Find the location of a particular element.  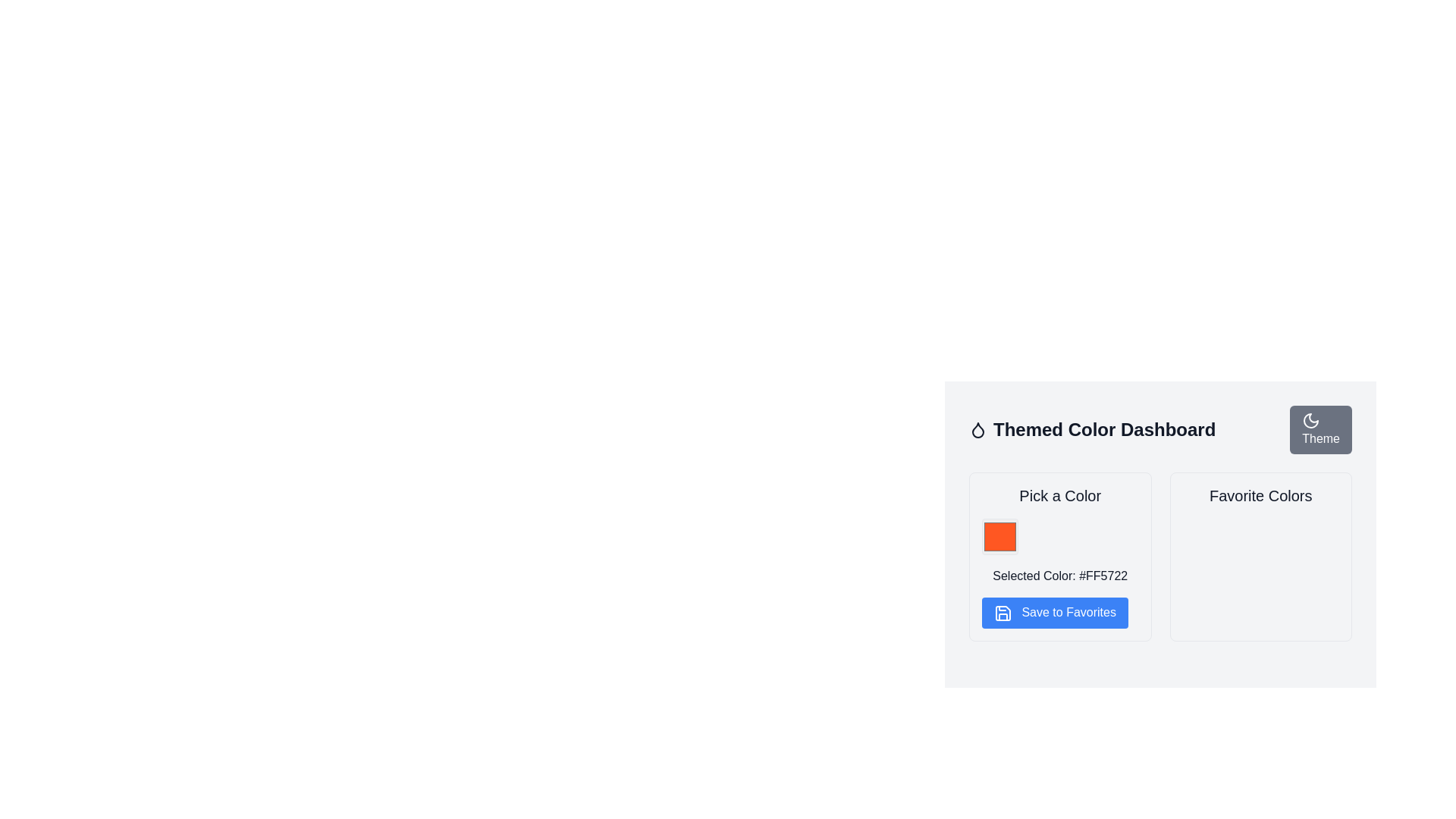

the save icon inside the blue rounded button labeled 'Save to Favorites' is located at coordinates (1003, 611).